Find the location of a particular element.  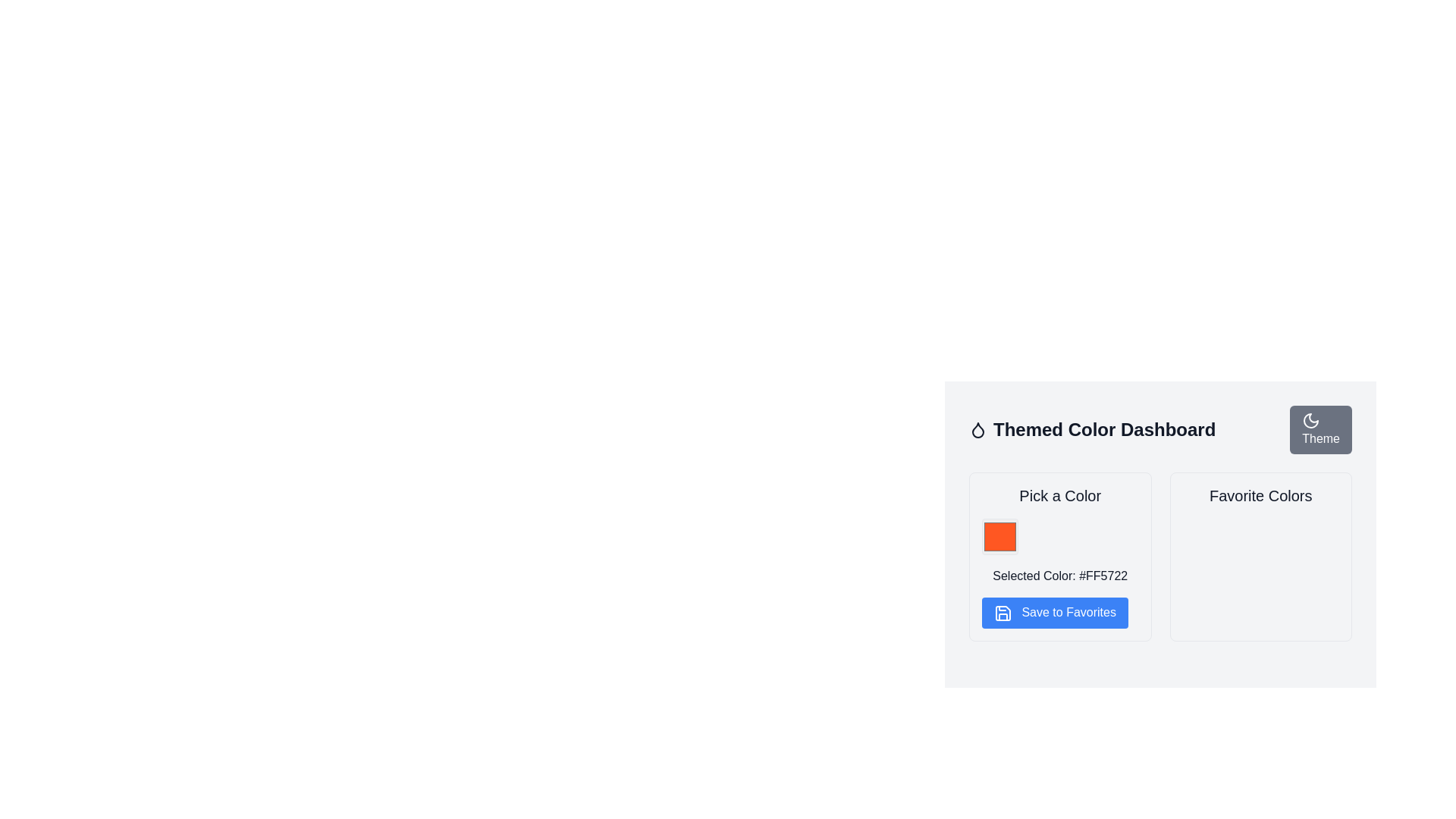

the save icon inside the blue rounded button labeled 'Save to Favorites' is located at coordinates (1003, 611).